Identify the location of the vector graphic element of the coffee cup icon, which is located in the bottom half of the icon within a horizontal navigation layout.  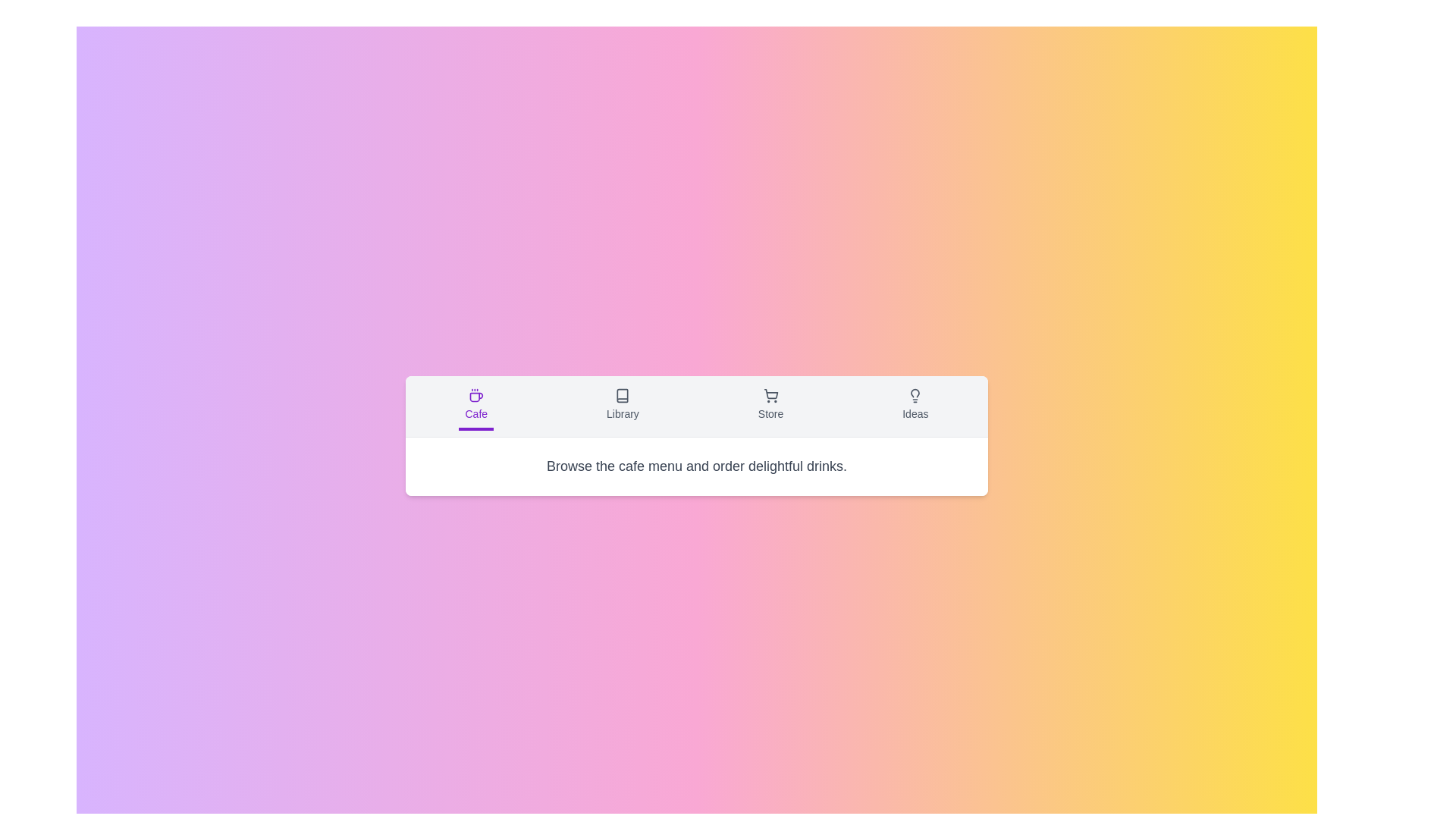
(475, 396).